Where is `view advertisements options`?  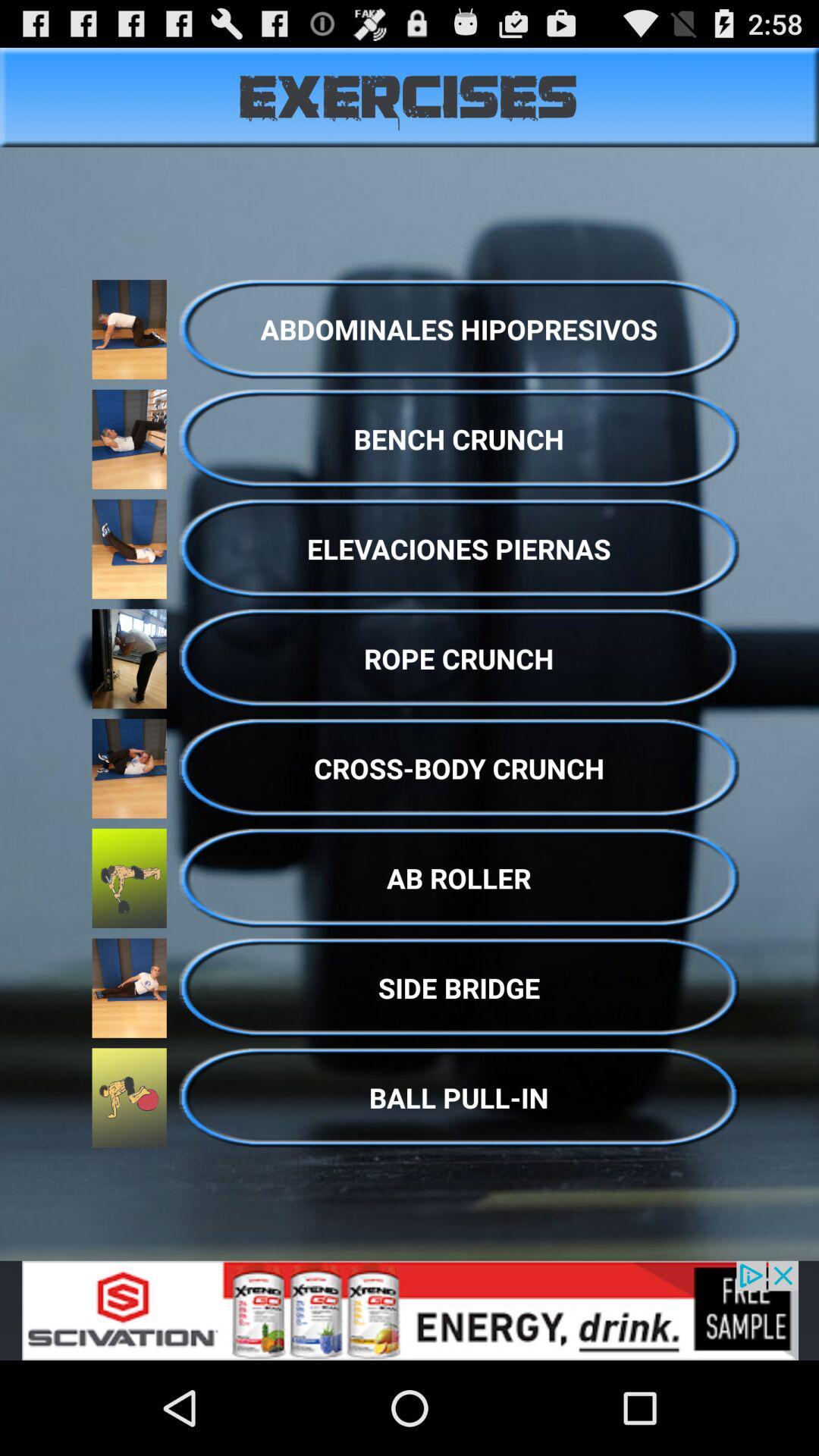
view advertisements options is located at coordinates (409, 1310).